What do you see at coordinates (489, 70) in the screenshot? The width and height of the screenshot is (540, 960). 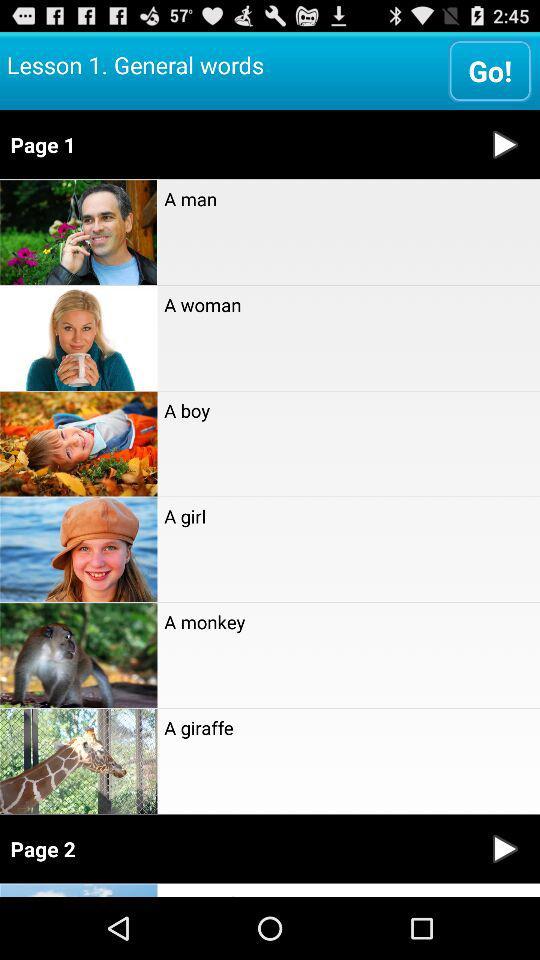 I see `icon next to the lesson 1 general icon` at bounding box center [489, 70].